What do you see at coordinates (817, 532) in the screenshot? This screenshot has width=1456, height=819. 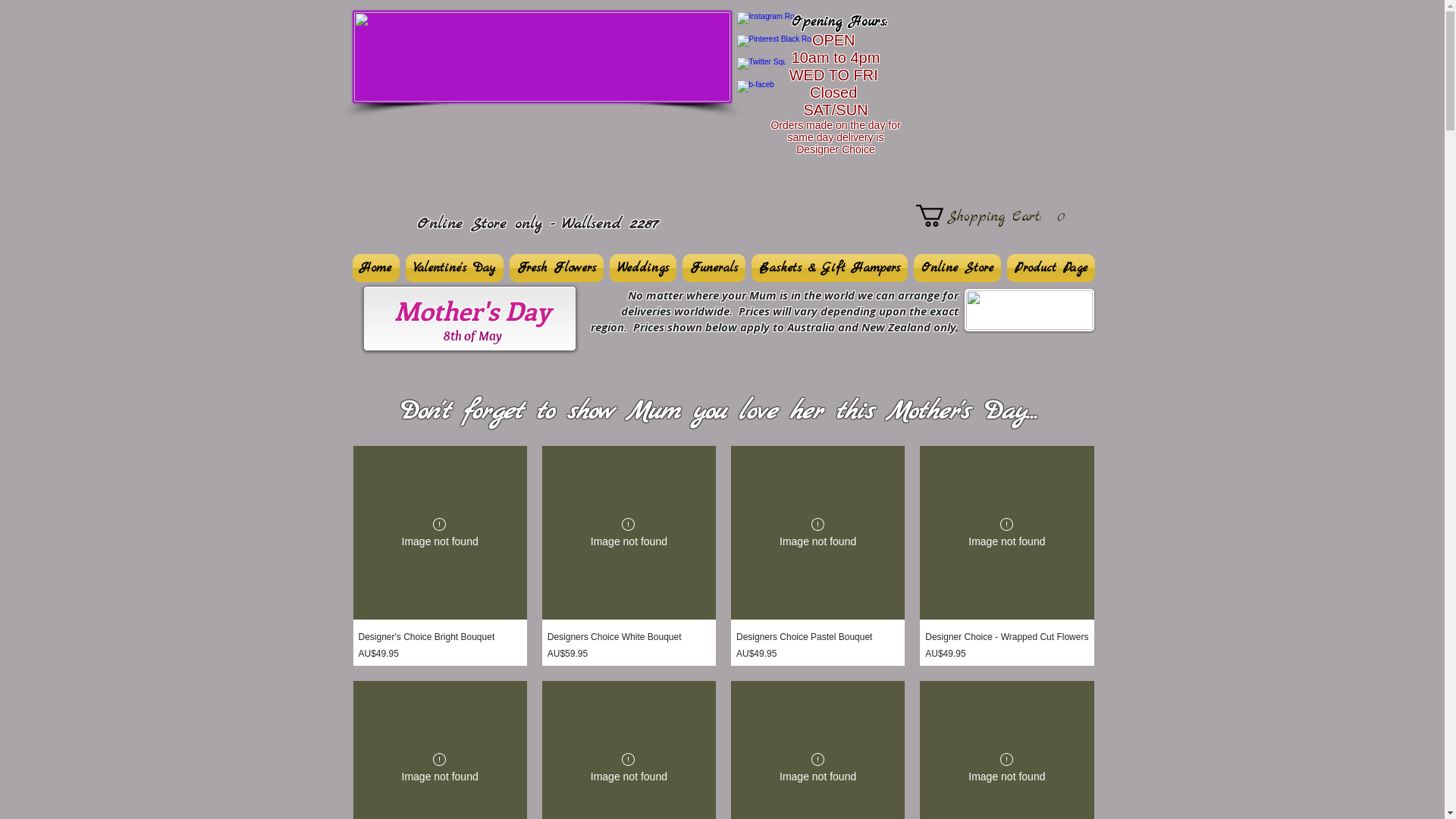 I see `'Designers Choice Pastel Bouquet` at bounding box center [817, 532].